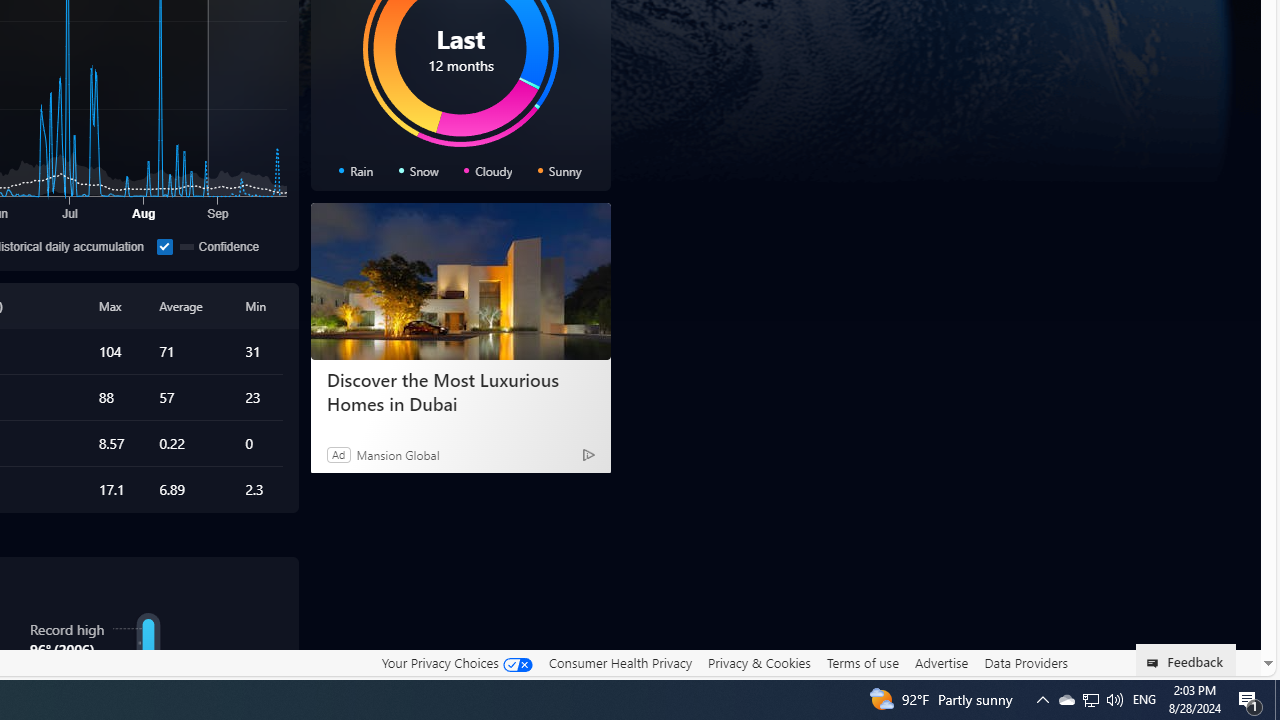 This screenshot has height=720, width=1280. What do you see at coordinates (1025, 663) in the screenshot?
I see `'Data Providers'` at bounding box center [1025, 663].